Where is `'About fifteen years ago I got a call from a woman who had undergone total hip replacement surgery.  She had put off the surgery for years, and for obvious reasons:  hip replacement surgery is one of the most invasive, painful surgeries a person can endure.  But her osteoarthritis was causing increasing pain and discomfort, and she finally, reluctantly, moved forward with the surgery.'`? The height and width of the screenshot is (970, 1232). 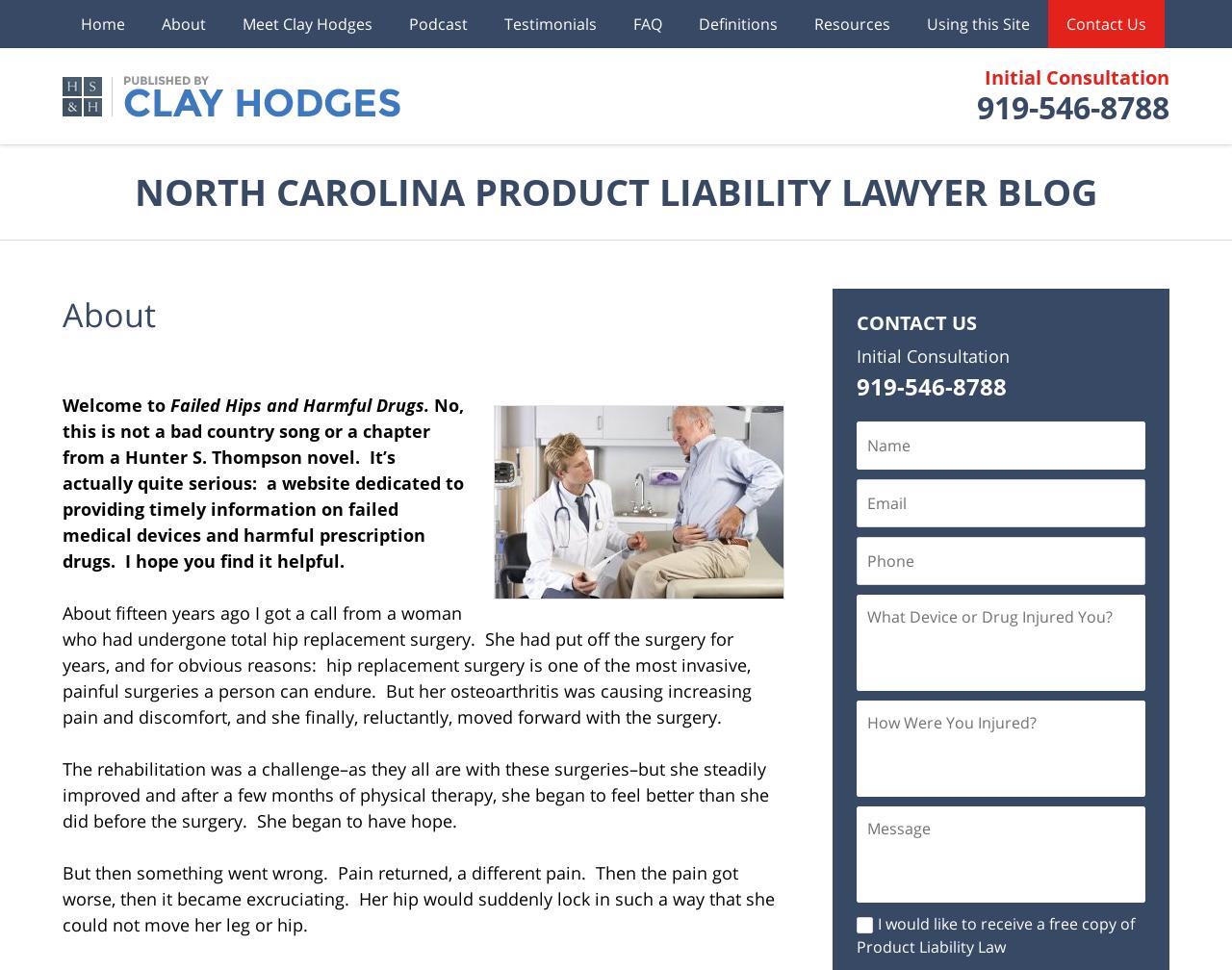
'About fifteen years ago I got a call from a woman who had undergone total hip replacement surgery.  She had put off the surgery for years, and for obvious reasons:  hip replacement surgery is one of the most invasive, painful surgeries a person can endure.  But her osteoarthritis was causing increasing pain and discomfort, and she finally, reluctantly, moved forward with the surgery.' is located at coordinates (406, 664).